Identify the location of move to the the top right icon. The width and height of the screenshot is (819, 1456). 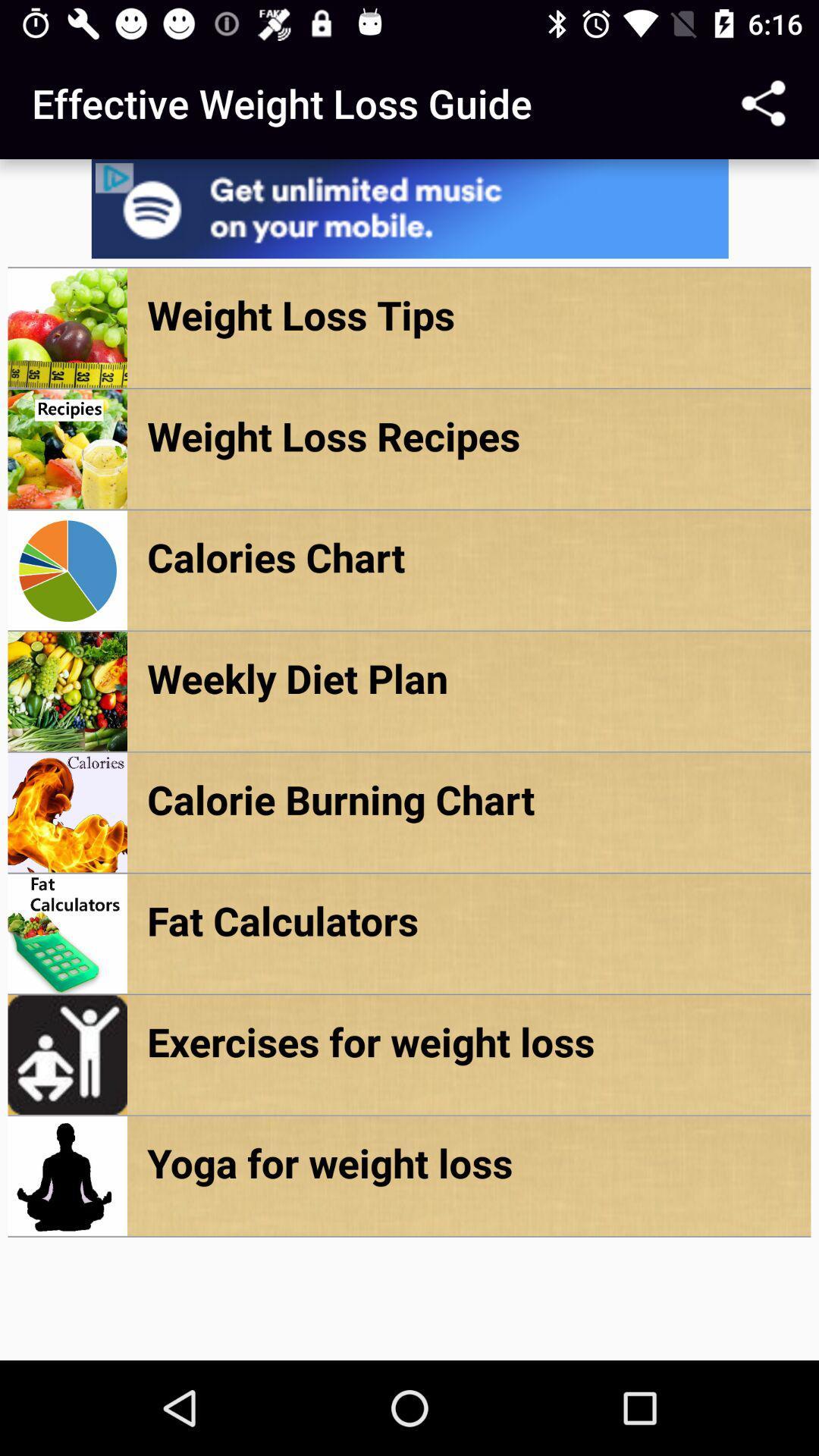
(763, 103).